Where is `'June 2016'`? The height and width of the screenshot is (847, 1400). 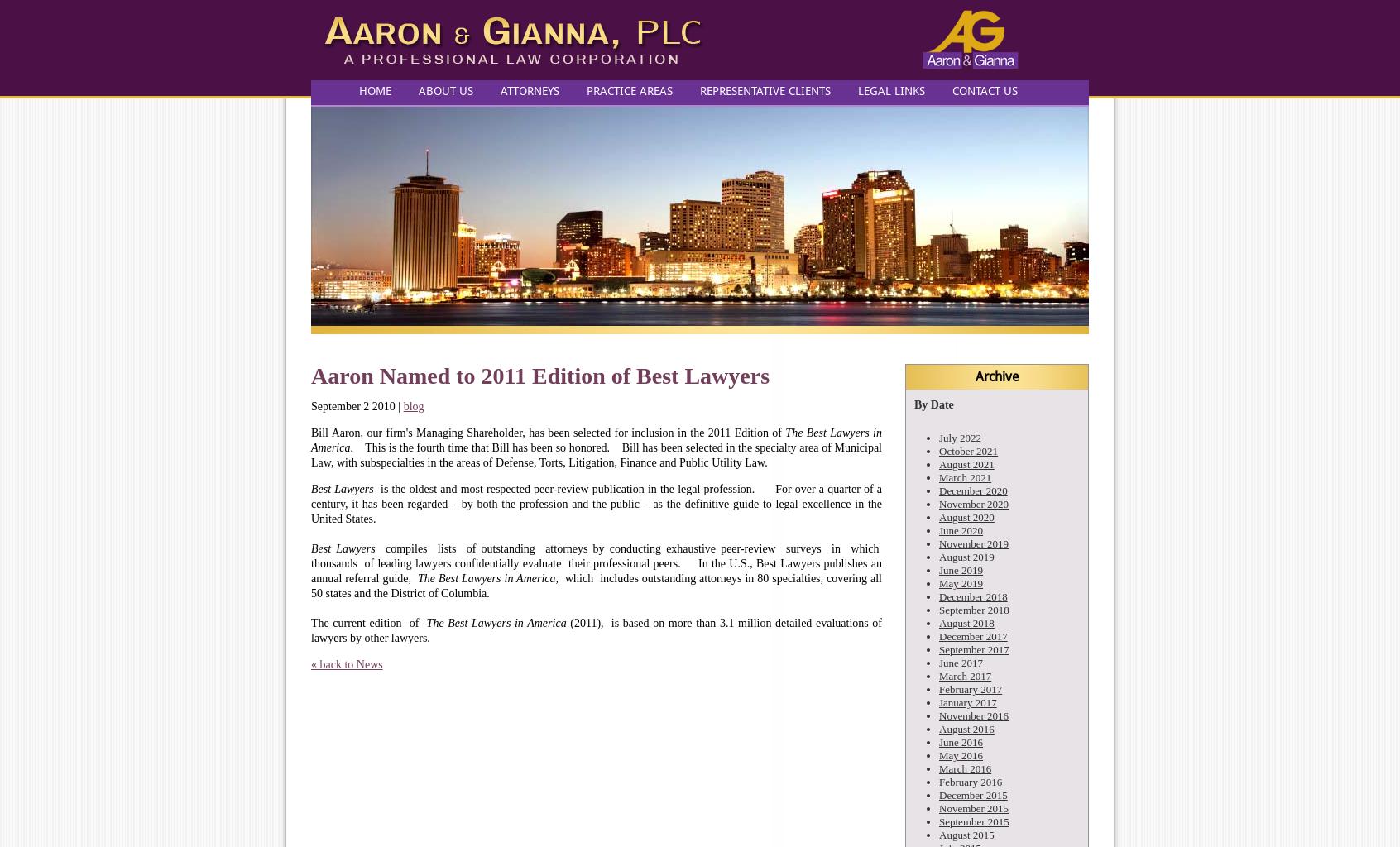
'June 2016' is located at coordinates (960, 741).